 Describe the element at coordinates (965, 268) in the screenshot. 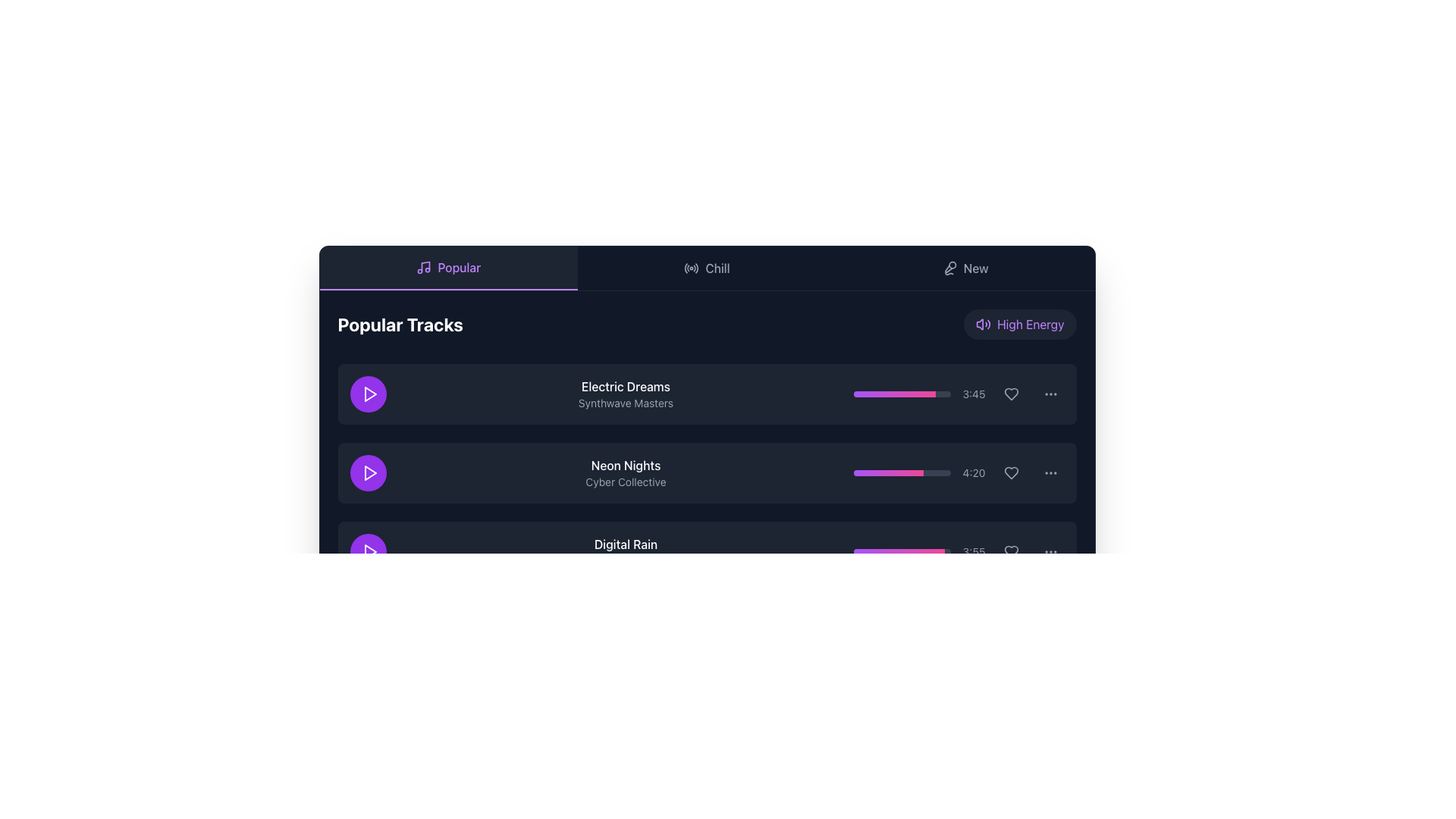

I see `the 'New' button in the top navigation menu` at that location.